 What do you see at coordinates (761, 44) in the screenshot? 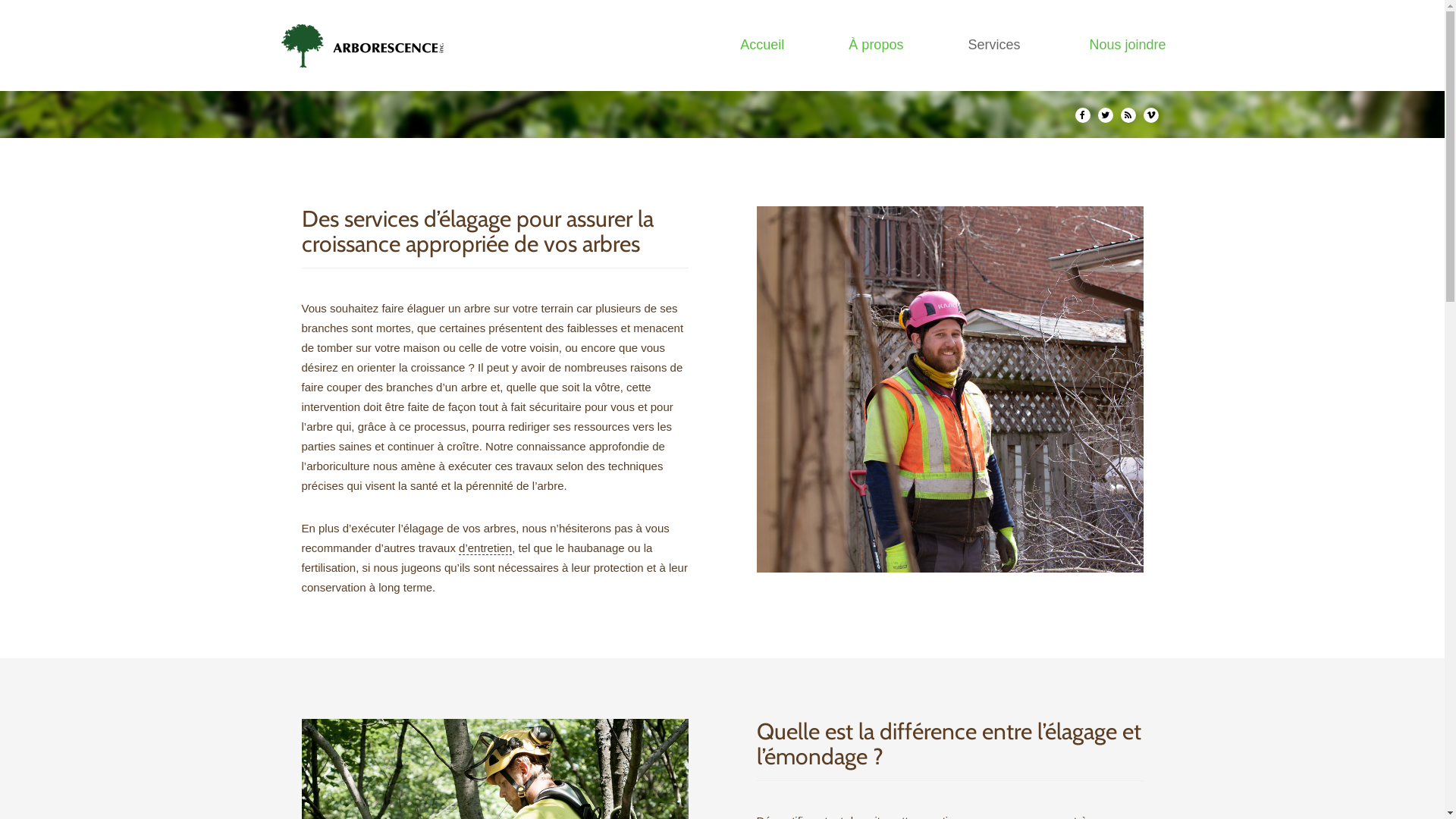
I see `'Accueil'` at bounding box center [761, 44].